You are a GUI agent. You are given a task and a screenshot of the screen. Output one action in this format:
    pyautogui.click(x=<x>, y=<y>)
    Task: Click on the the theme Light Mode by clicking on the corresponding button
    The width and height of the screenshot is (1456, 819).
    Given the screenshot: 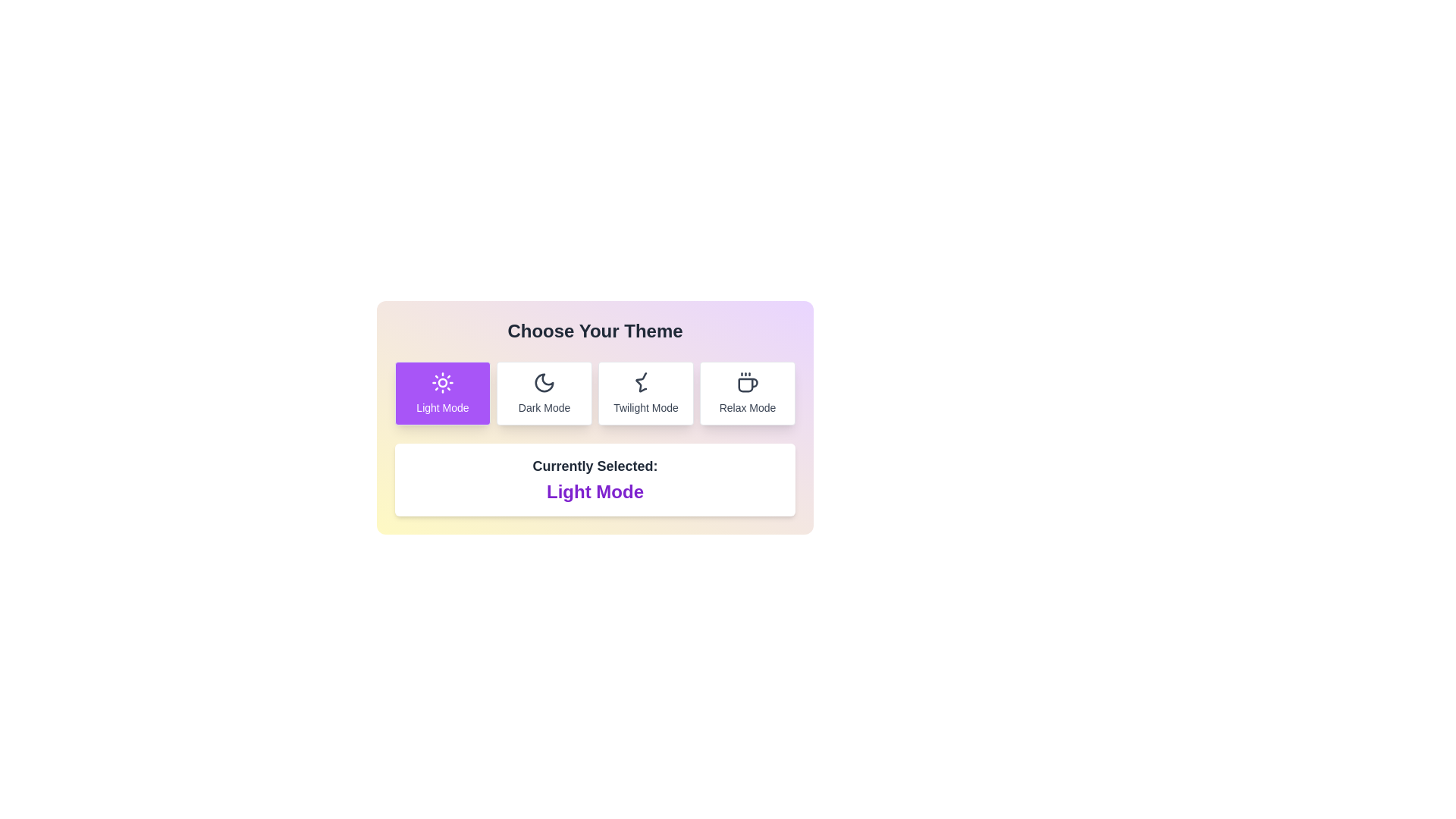 What is the action you would take?
    pyautogui.click(x=442, y=393)
    